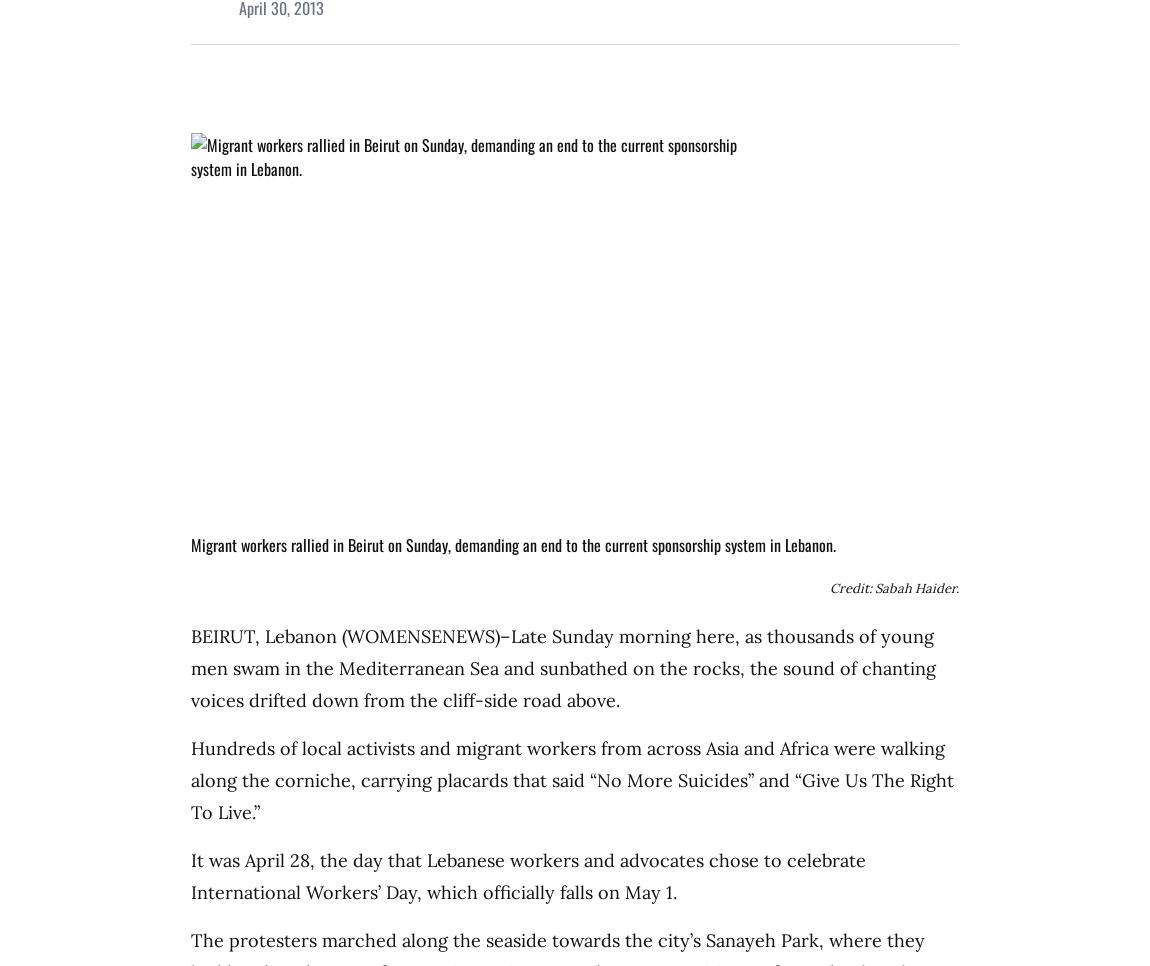 The image size is (1150, 966). I want to click on 'were walking along the corniche, carrying placards that said “No More Suicides” and “Give Us The Right To Live.”', so click(572, 779).